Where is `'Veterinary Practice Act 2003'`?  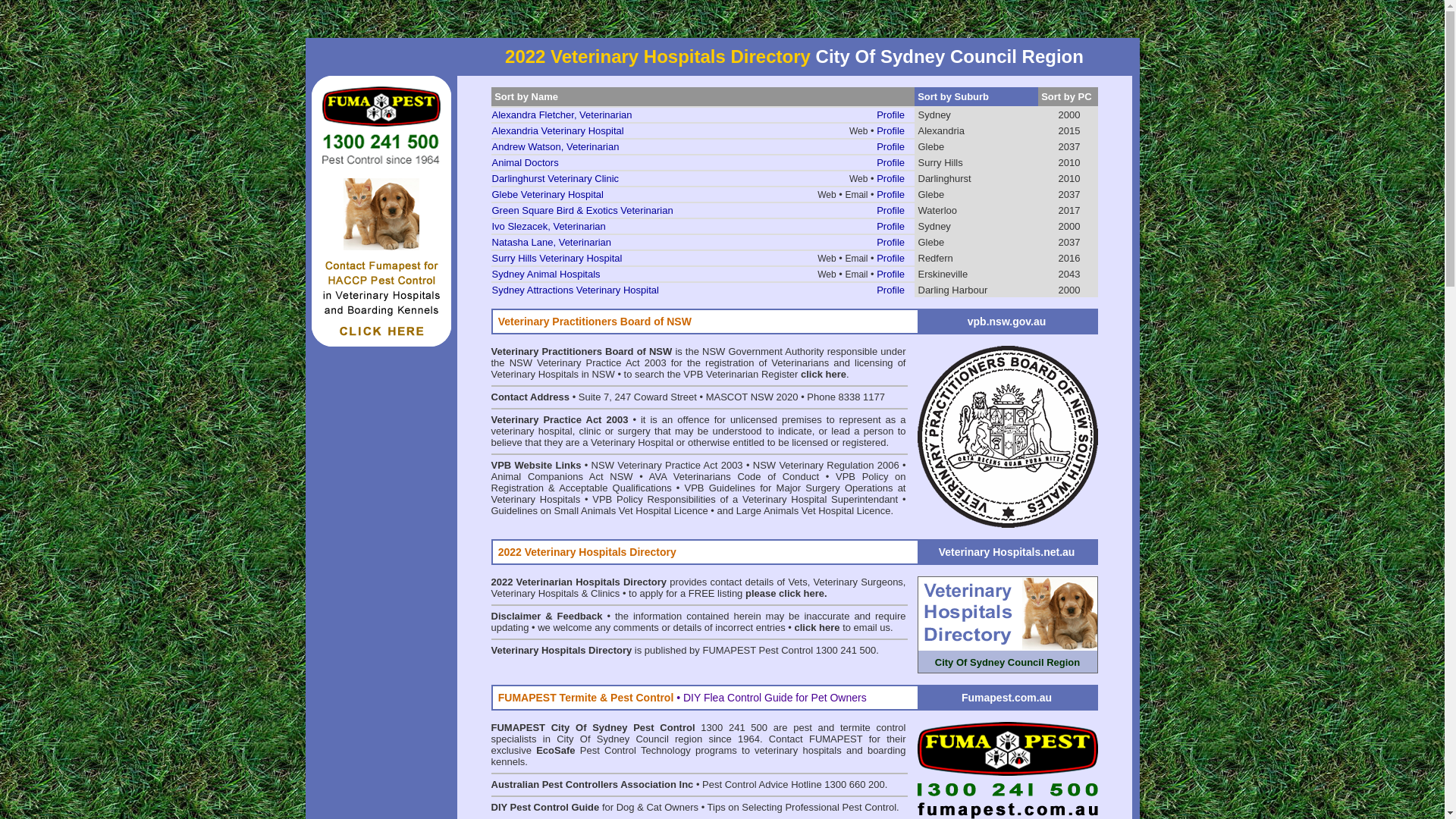
'Veterinary Practice Act 2003' is located at coordinates (559, 419).